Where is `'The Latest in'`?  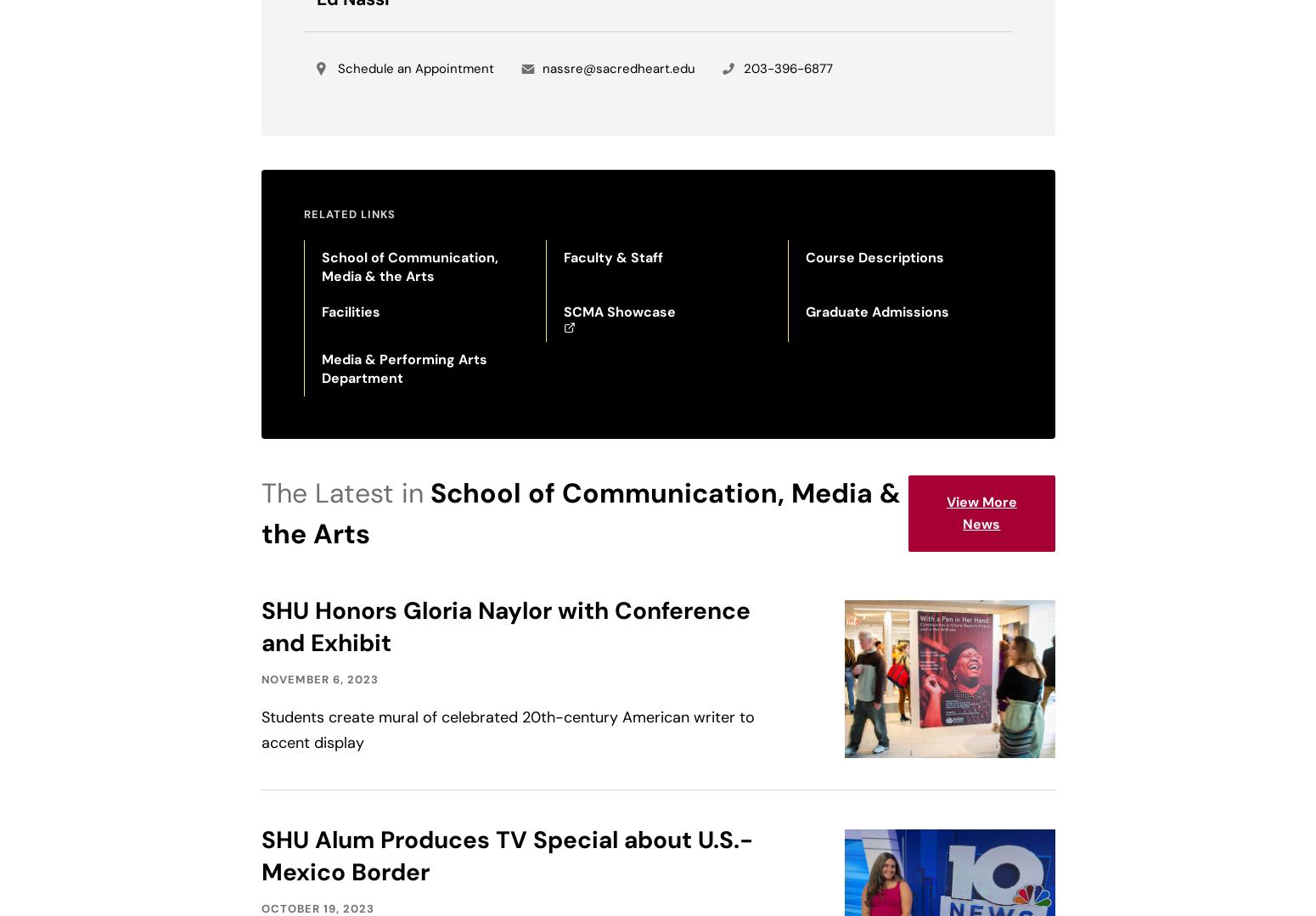
'The Latest in' is located at coordinates (341, 493).